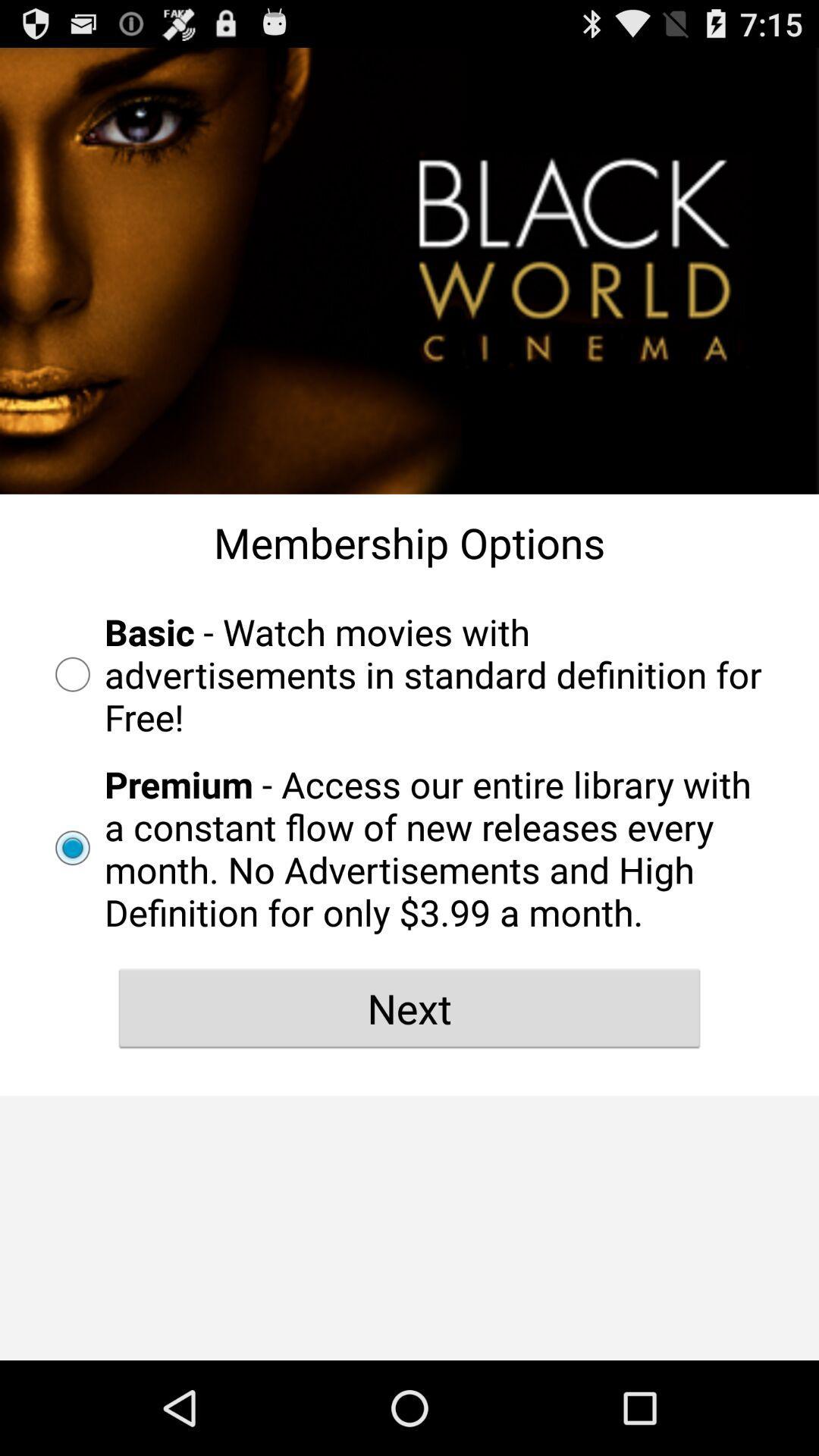  What do you see at coordinates (409, 673) in the screenshot?
I see `basic watch movies item` at bounding box center [409, 673].